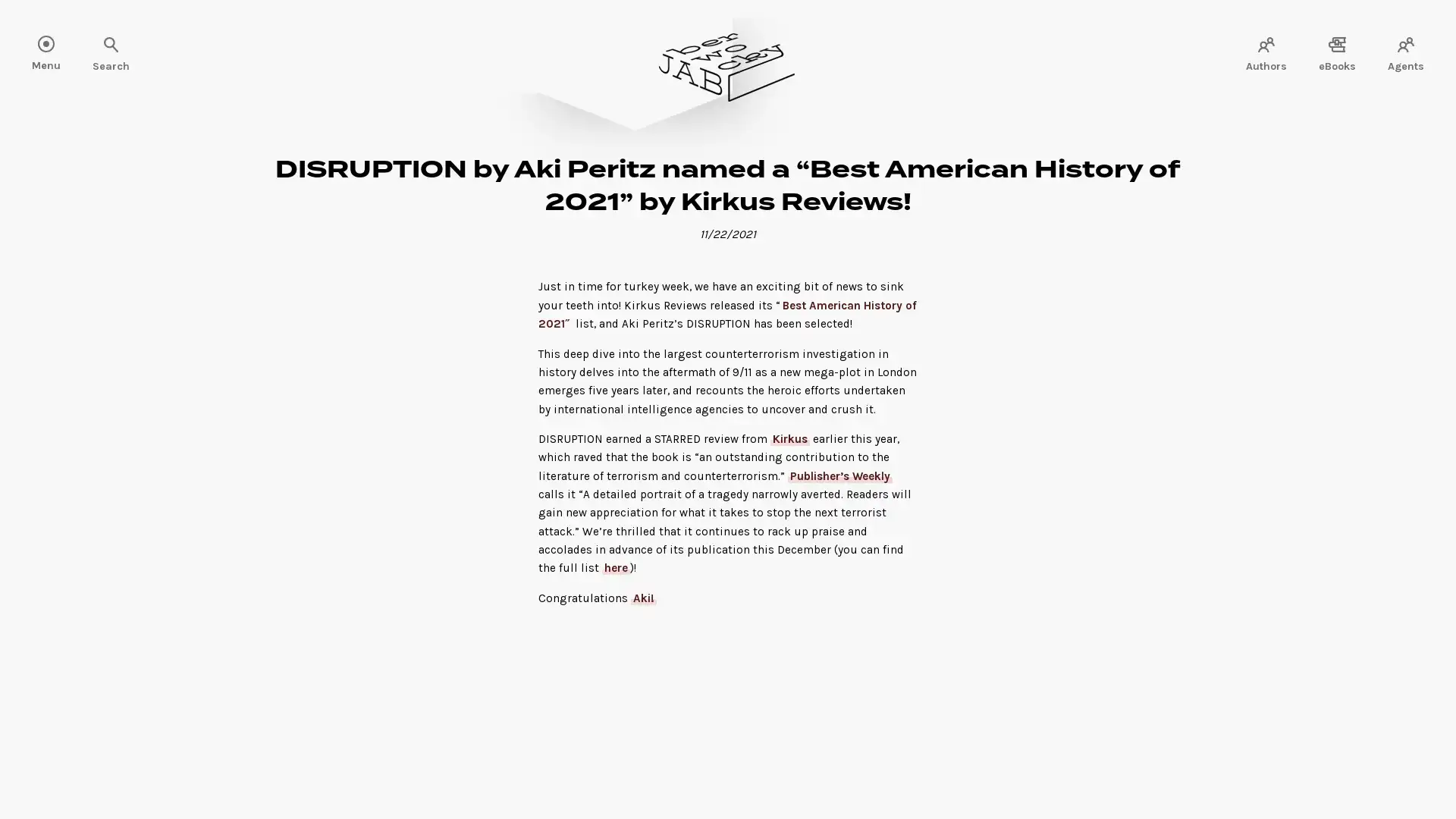 The width and height of the screenshot is (1456, 819). I want to click on Search, so click(61, 45).